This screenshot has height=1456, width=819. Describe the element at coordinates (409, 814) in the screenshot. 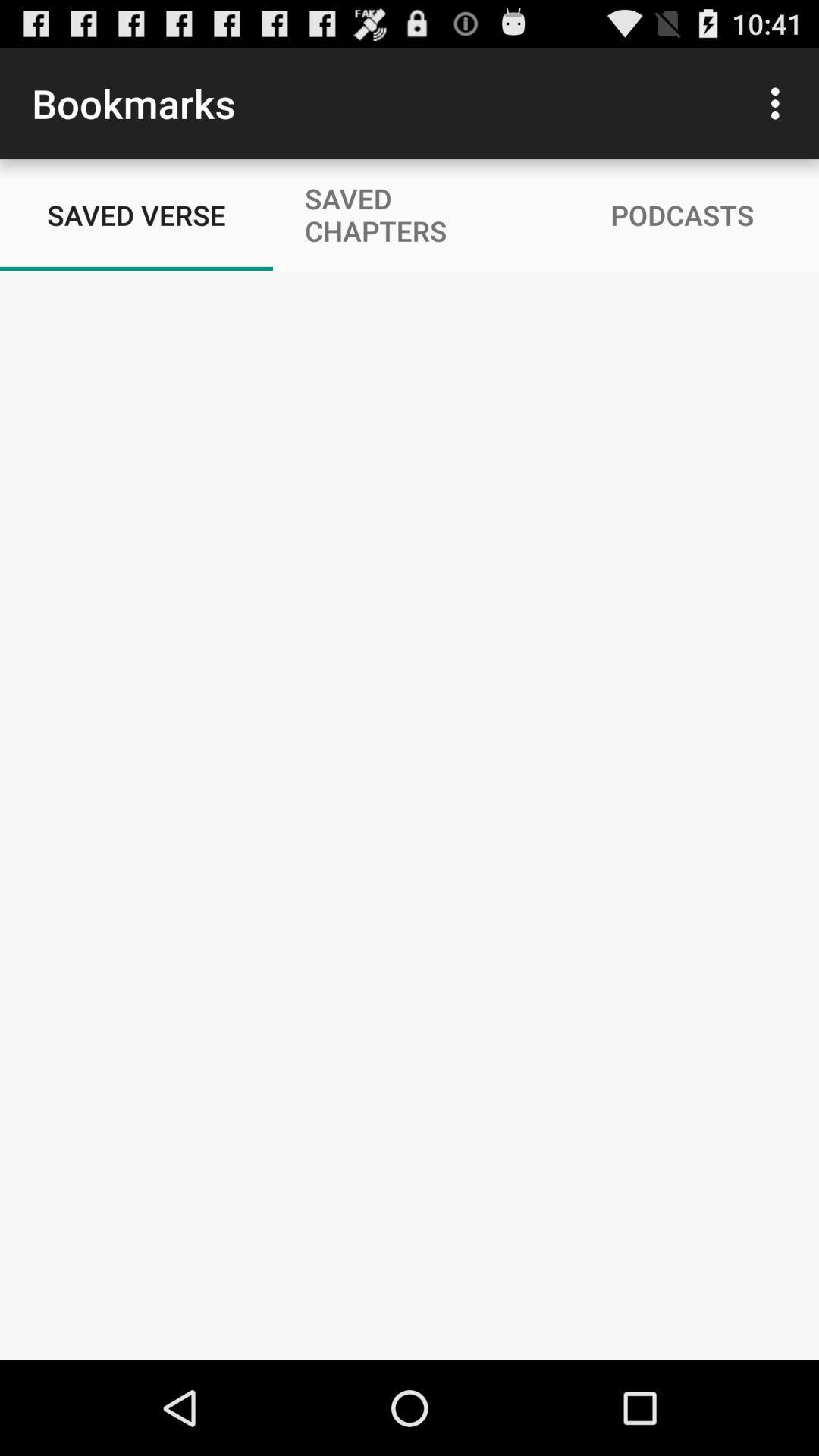

I see `the icon below saved verse item` at that location.